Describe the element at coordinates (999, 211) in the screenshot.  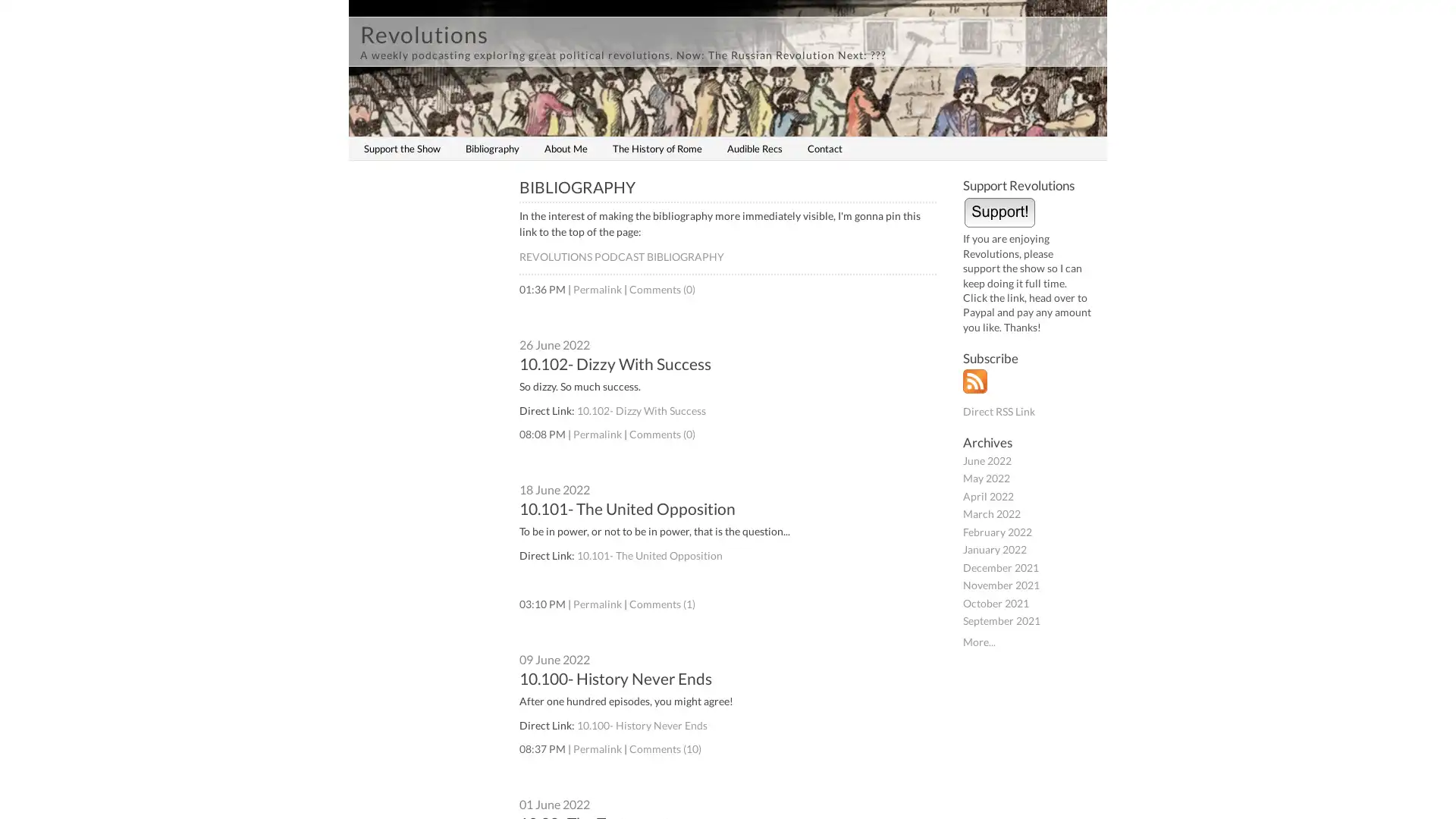
I see `PayPal - The safer, easier way to pay online!` at that location.